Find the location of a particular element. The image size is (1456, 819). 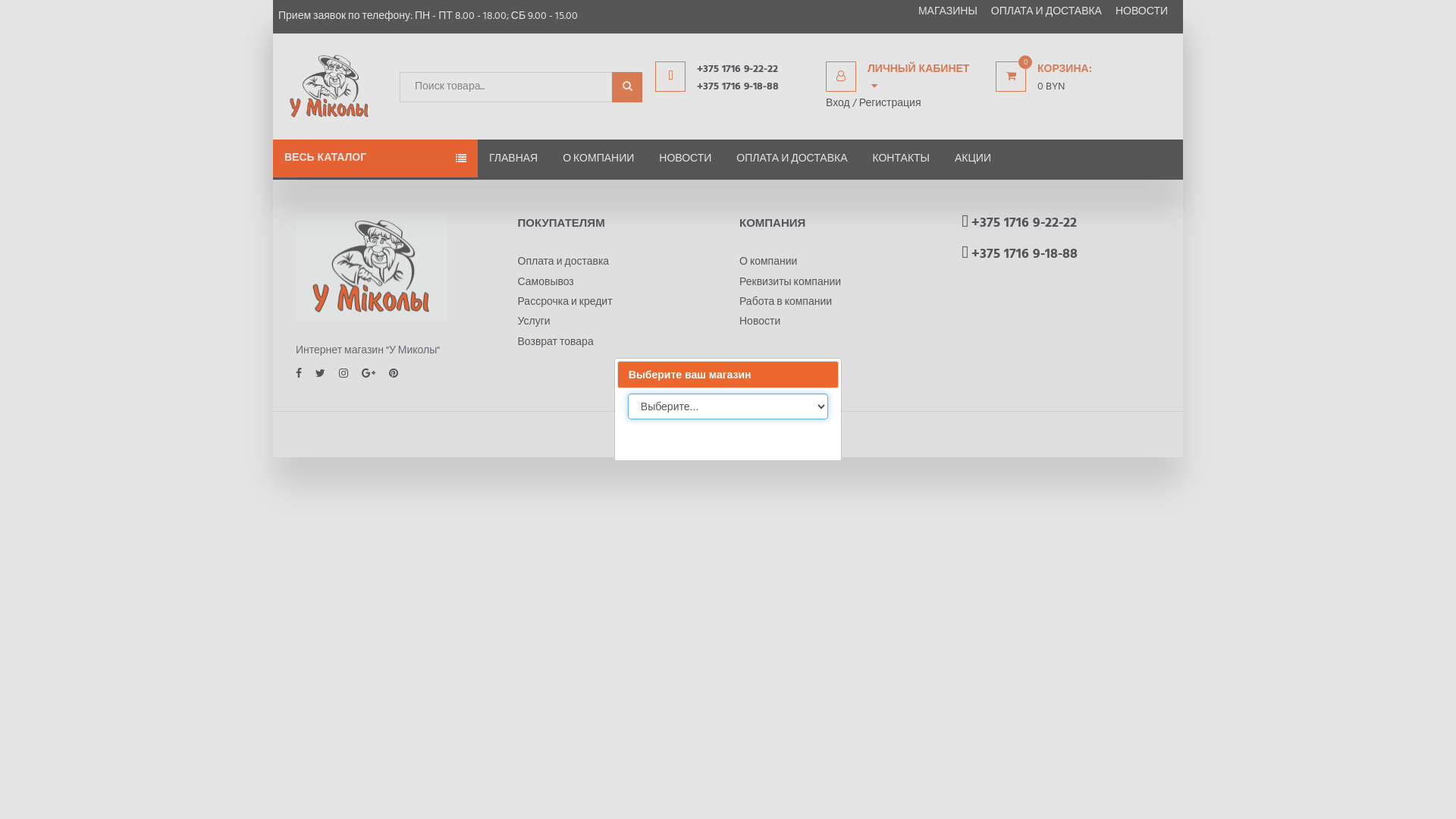

'+375 1716 9-18-88' is located at coordinates (1023, 253).